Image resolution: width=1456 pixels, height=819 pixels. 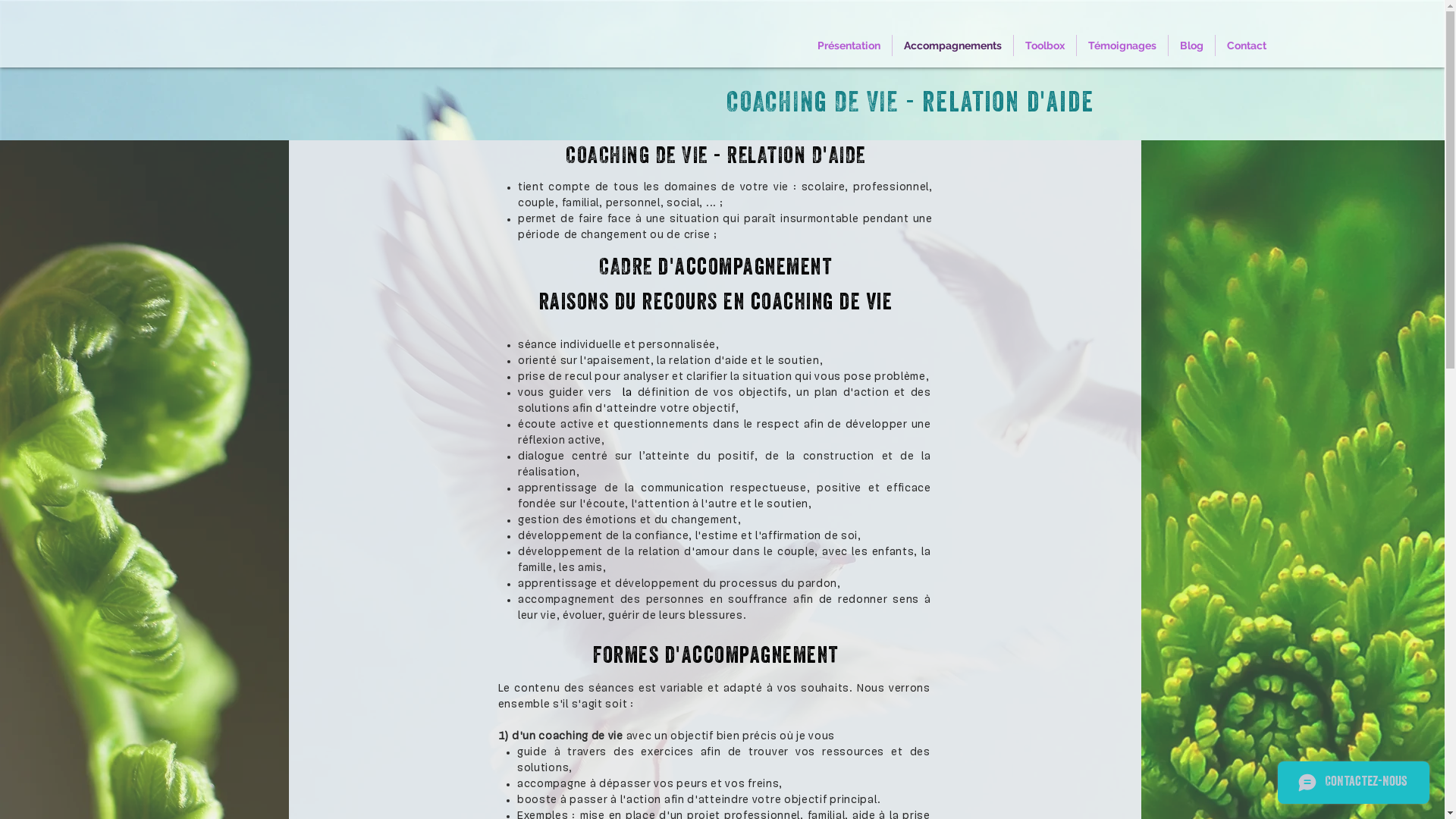 I want to click on 'Blog', so click(x=1191, y=45).